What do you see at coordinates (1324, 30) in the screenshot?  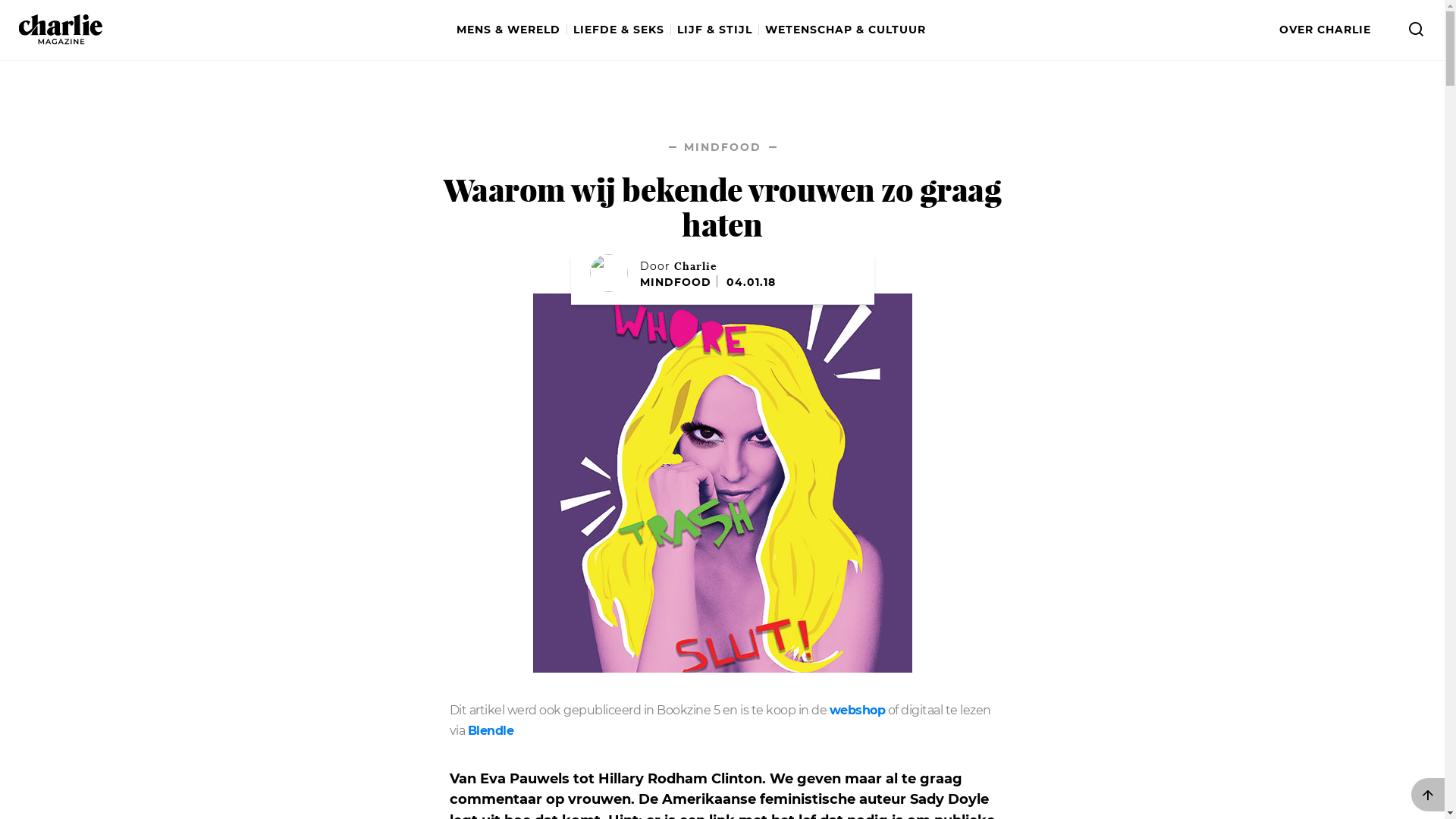 I see `'OVER CHARLIE'` at bounding box center [1324, 30].